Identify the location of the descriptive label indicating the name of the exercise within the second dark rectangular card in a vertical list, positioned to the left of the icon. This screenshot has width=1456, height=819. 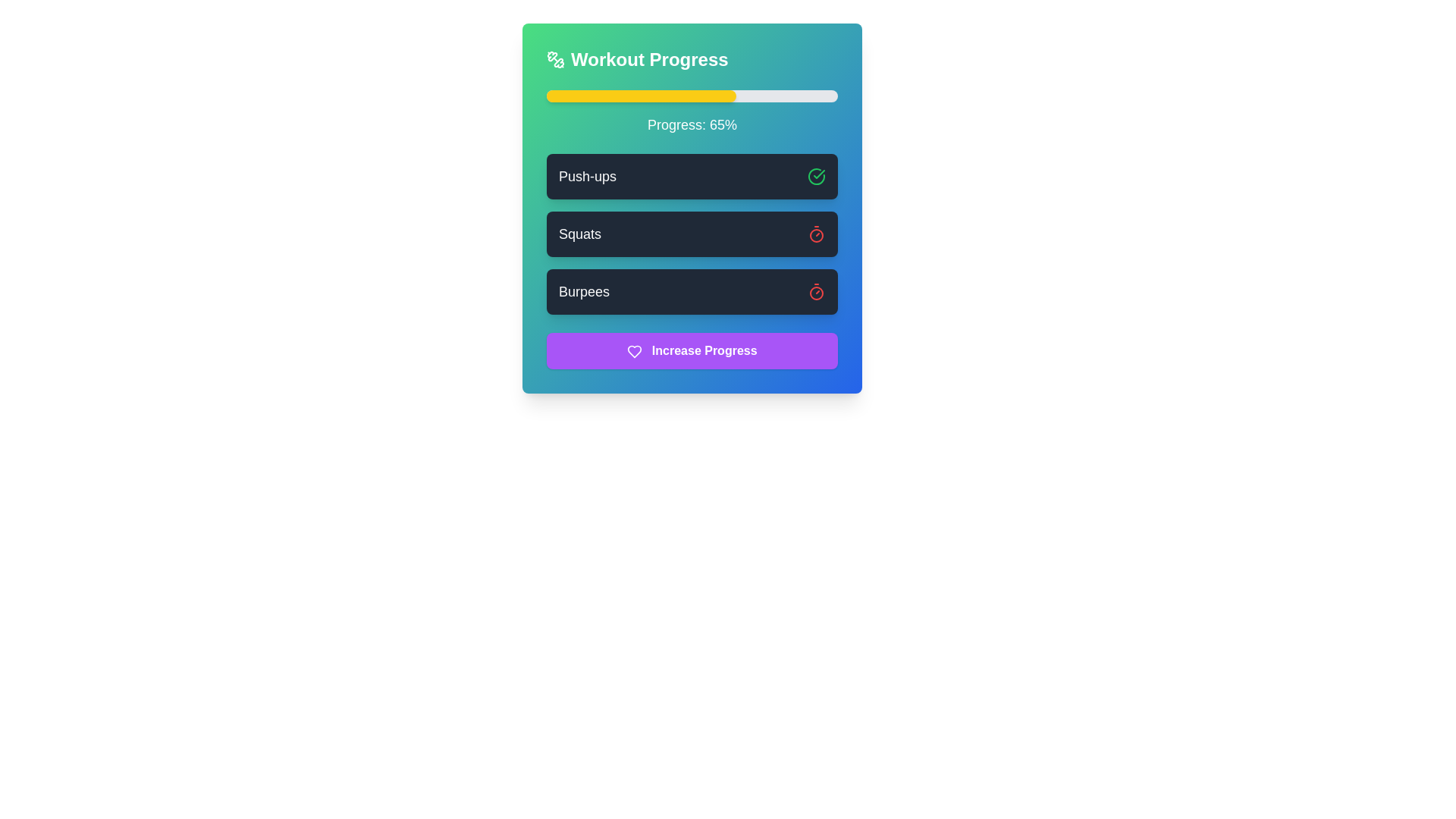
(579, 234).